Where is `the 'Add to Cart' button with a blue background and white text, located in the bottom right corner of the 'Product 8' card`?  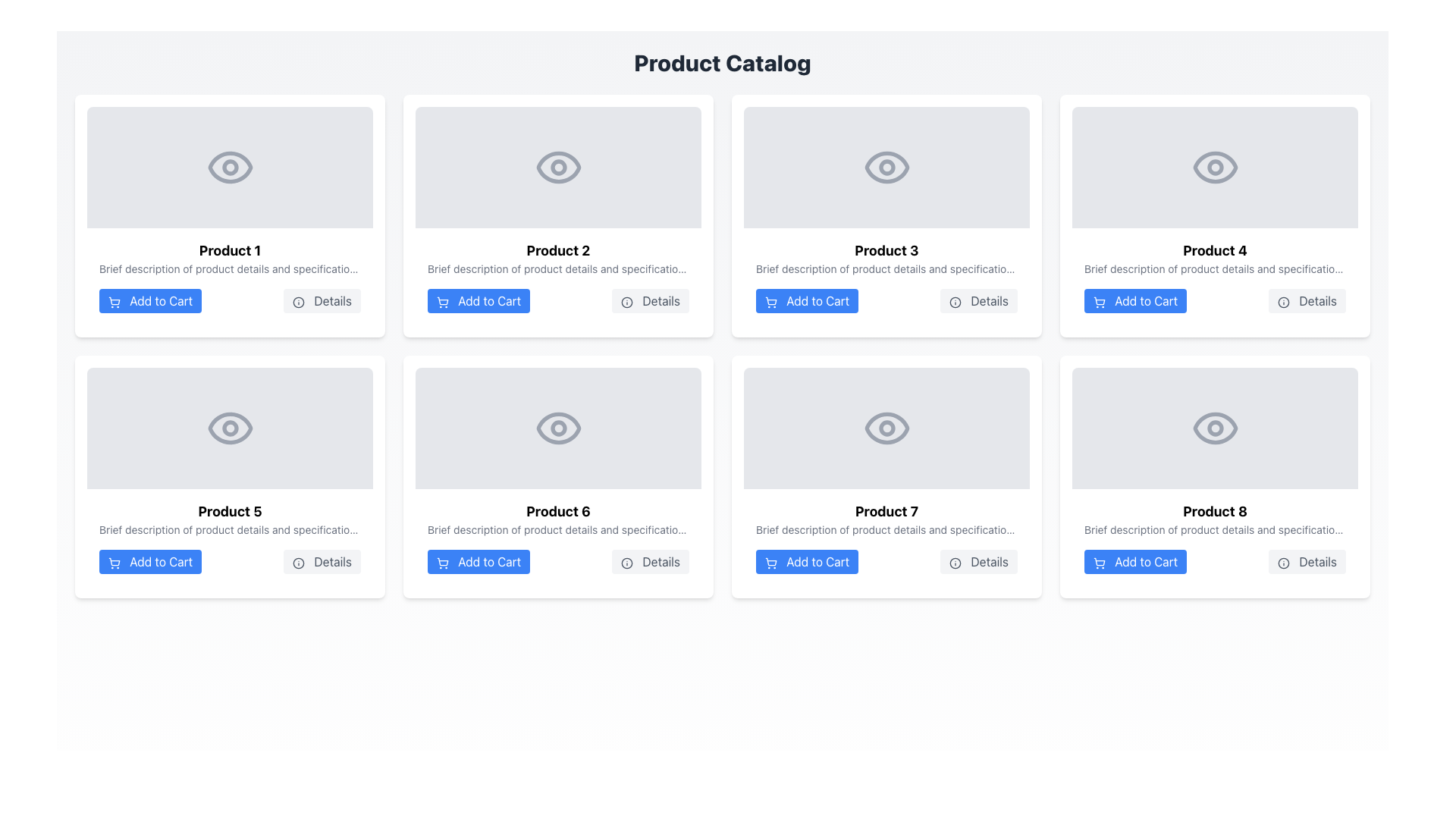
the 'Add to Cart' button with a blue background and white text, located in the bottom right corner of the 'Product 8' card is located at coordinates (1135, 561).